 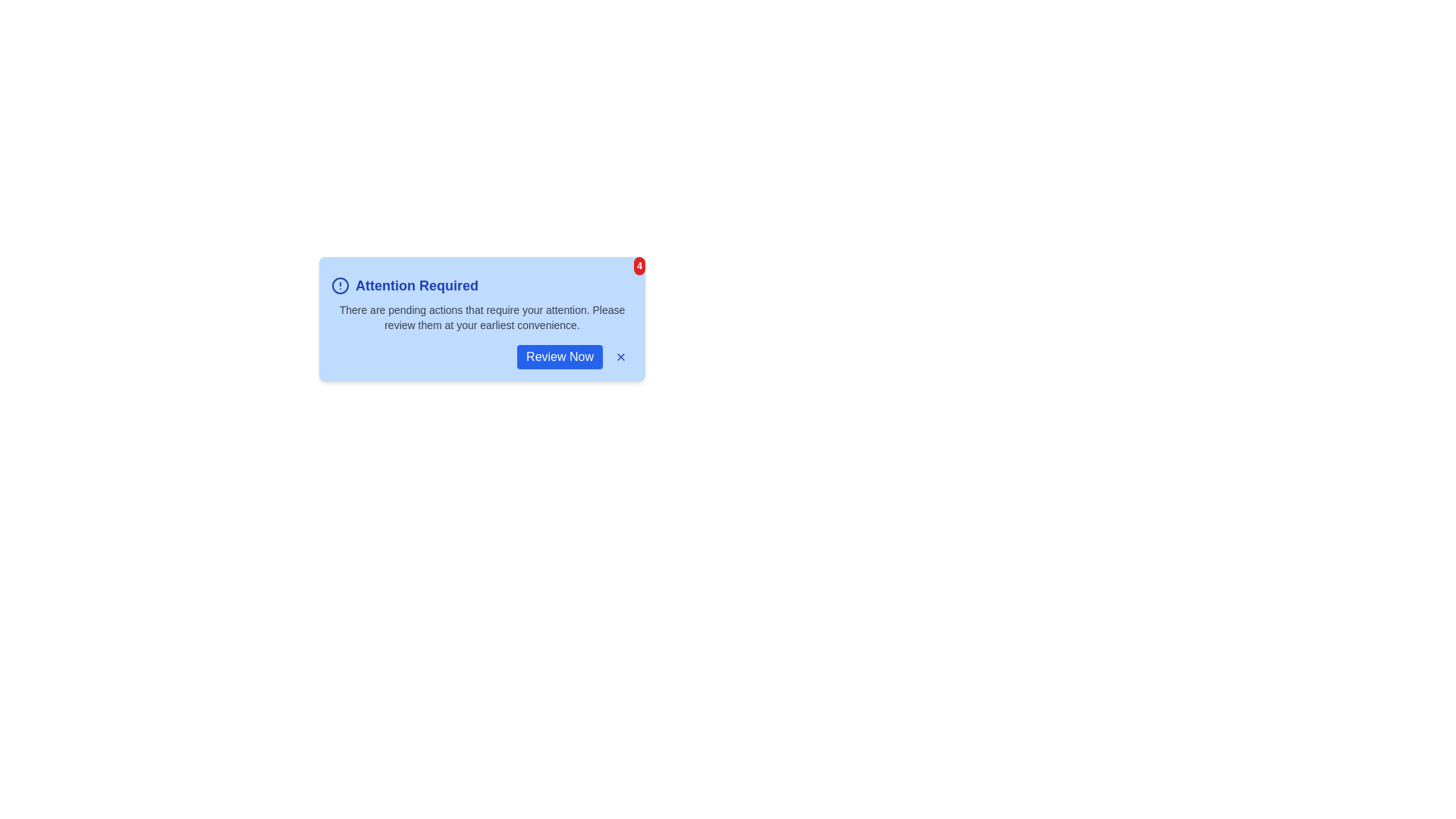 I want to click on the visual alert icon located in the notification box, which indicates that attention is required, positioned to the far left of the top section aligning with the 'Attention Required' text, so click(x=340, y=286).